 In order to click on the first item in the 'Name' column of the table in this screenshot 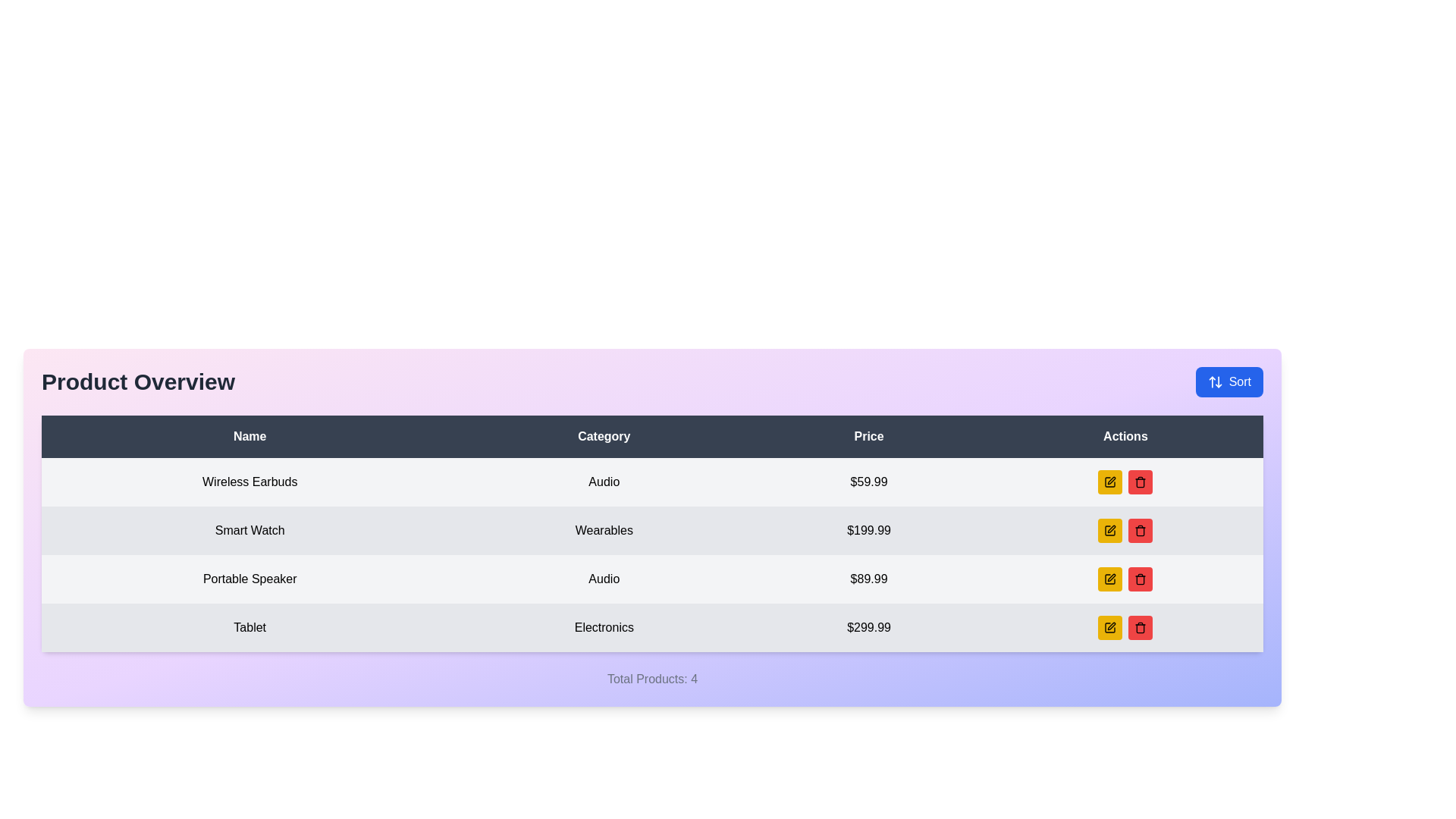, I will do `click(249, 482)`.